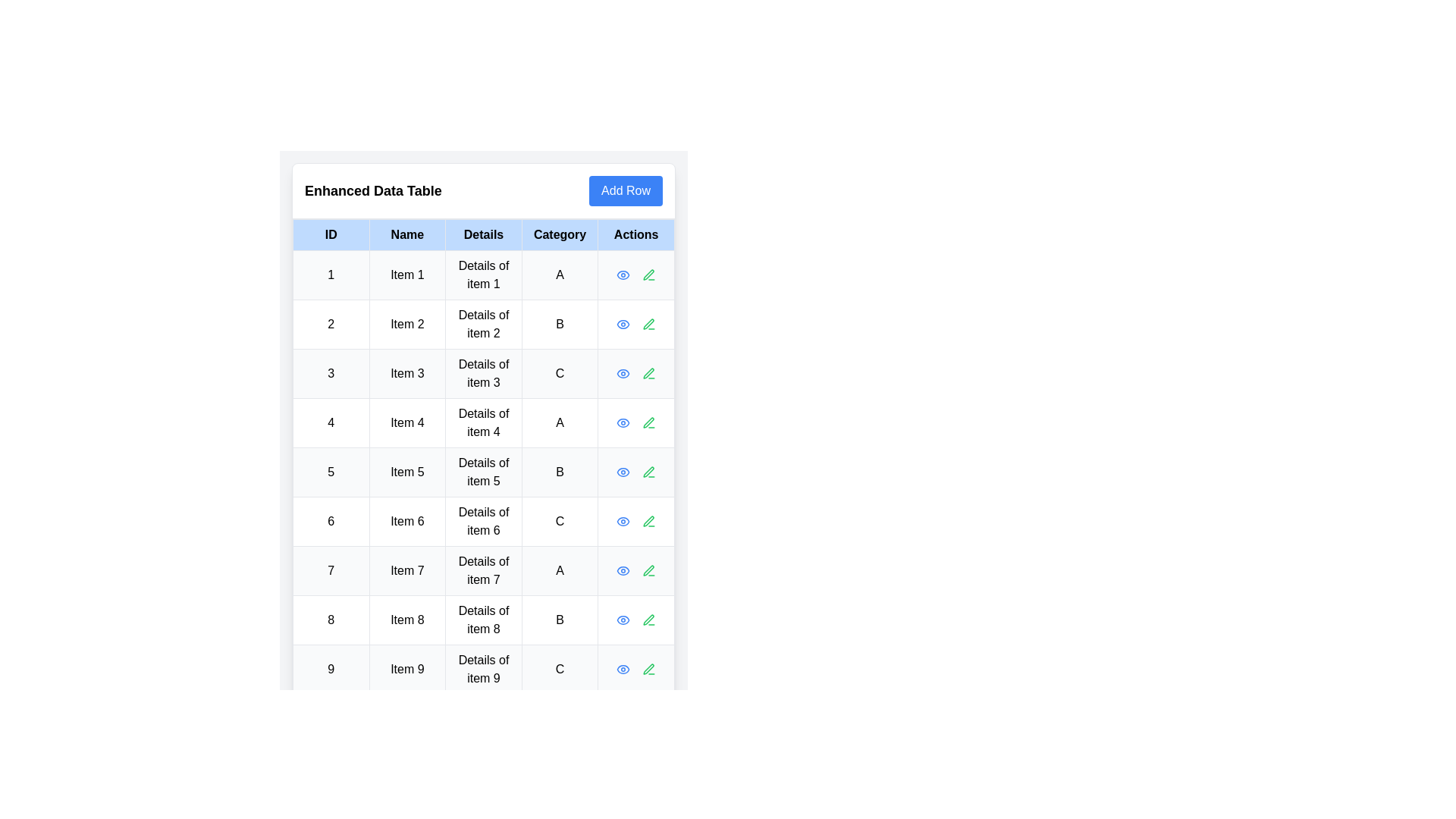  Describe the element at coordinates (649, 520) in the screenshot. I see `the green pen icon in the 'Actions' column of the table for 'Item 6'` at that location.